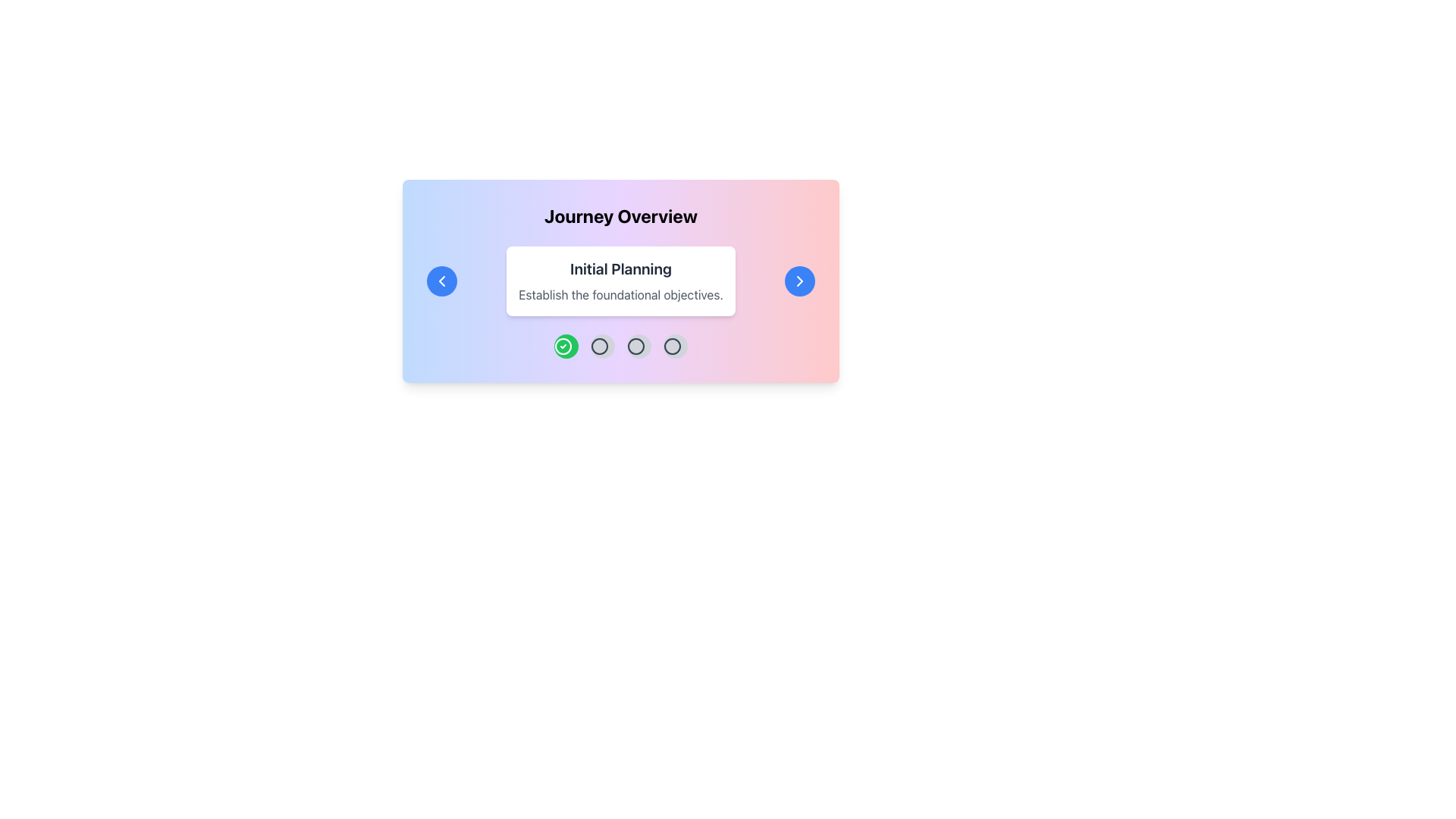  Describe the element at coordinates (441, 281) in the screenshot. I see `the Chevron Icon located on the left side of the modal within a blue circular button` at that location.